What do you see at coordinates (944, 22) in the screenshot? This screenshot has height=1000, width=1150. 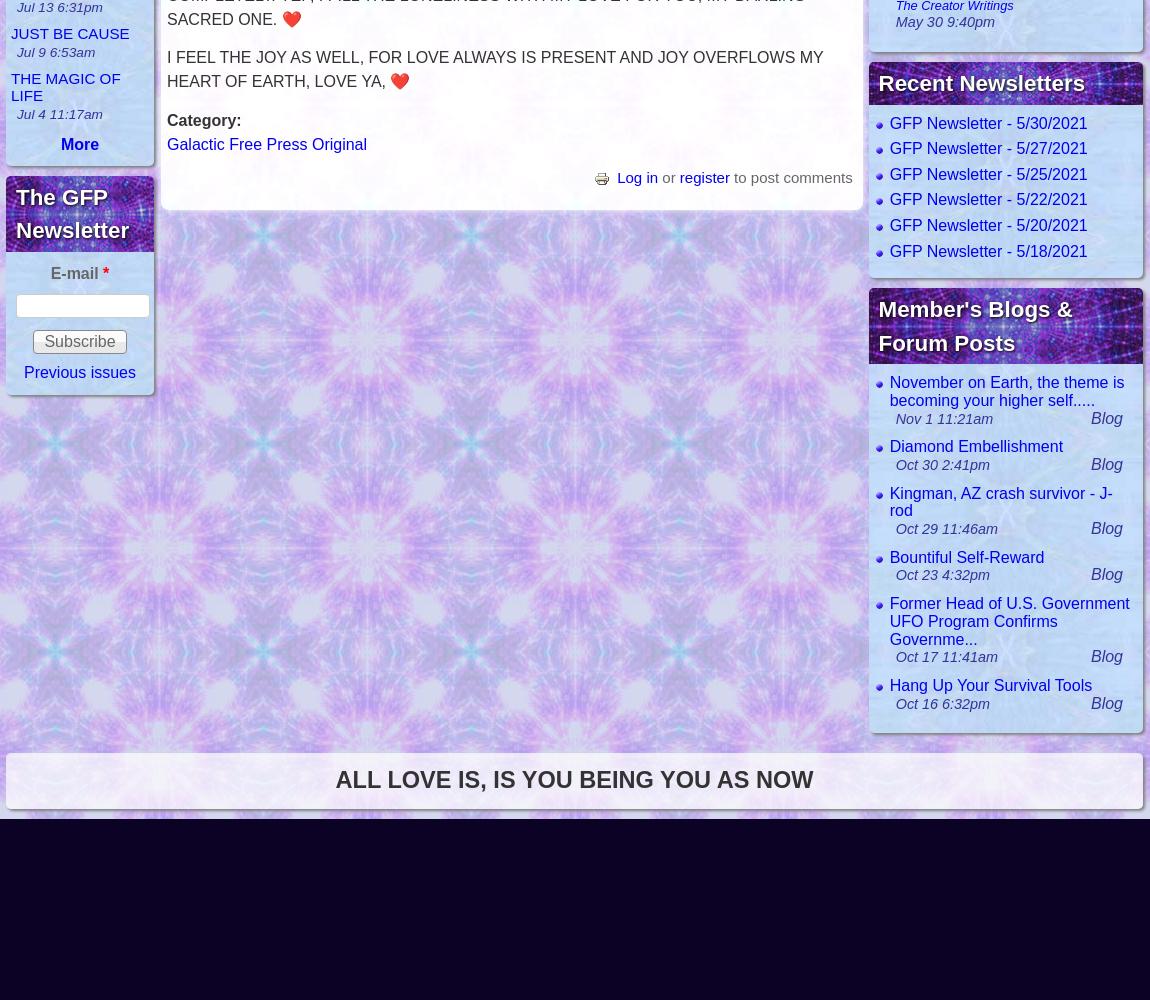 I see `'May 30 9:40pm'` at bounding box center [944, 22].